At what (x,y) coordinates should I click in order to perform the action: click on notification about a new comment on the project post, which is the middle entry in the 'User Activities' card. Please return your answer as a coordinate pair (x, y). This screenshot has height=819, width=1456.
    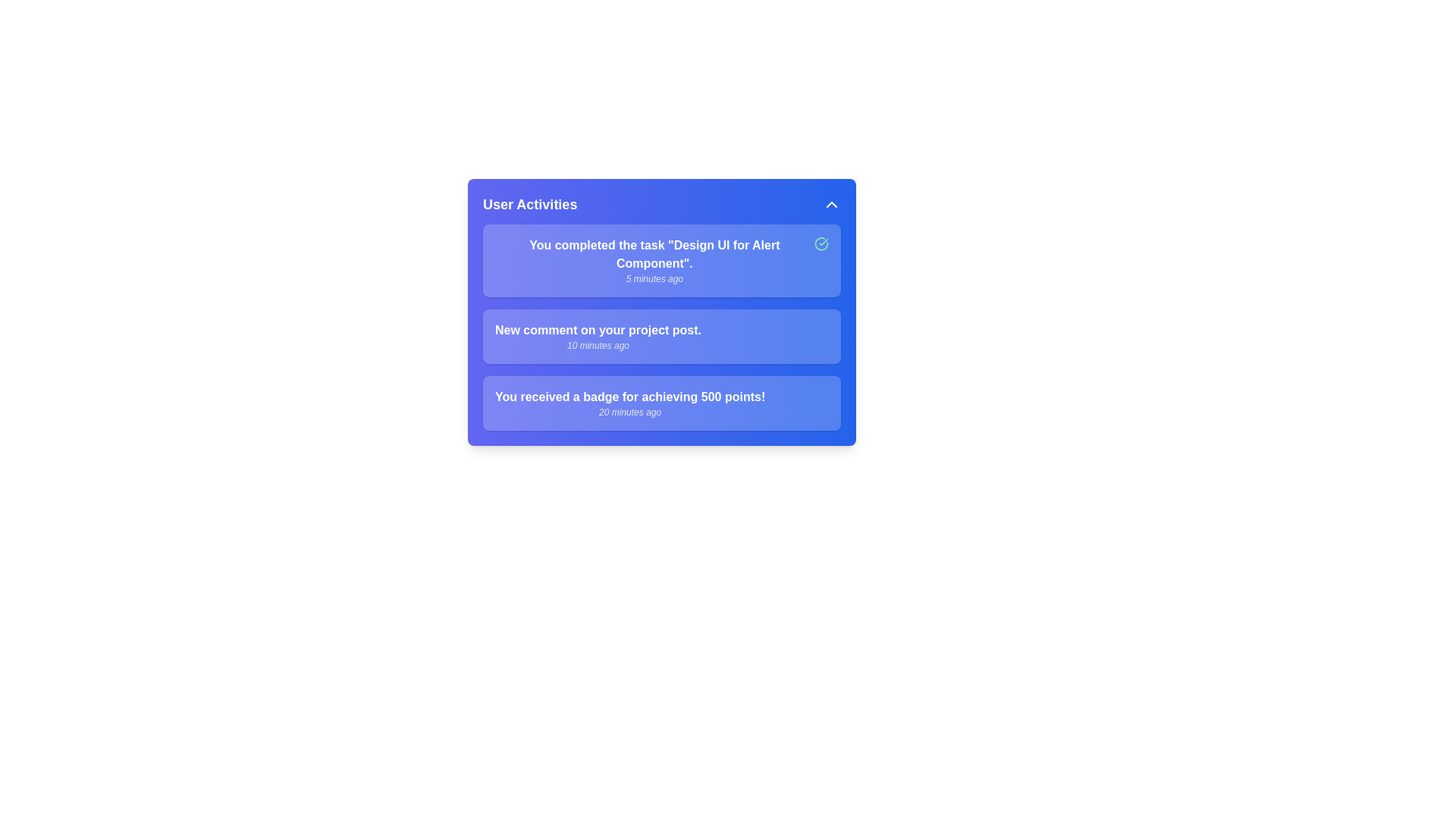
    Looking at the image, I should click on (662, 335).